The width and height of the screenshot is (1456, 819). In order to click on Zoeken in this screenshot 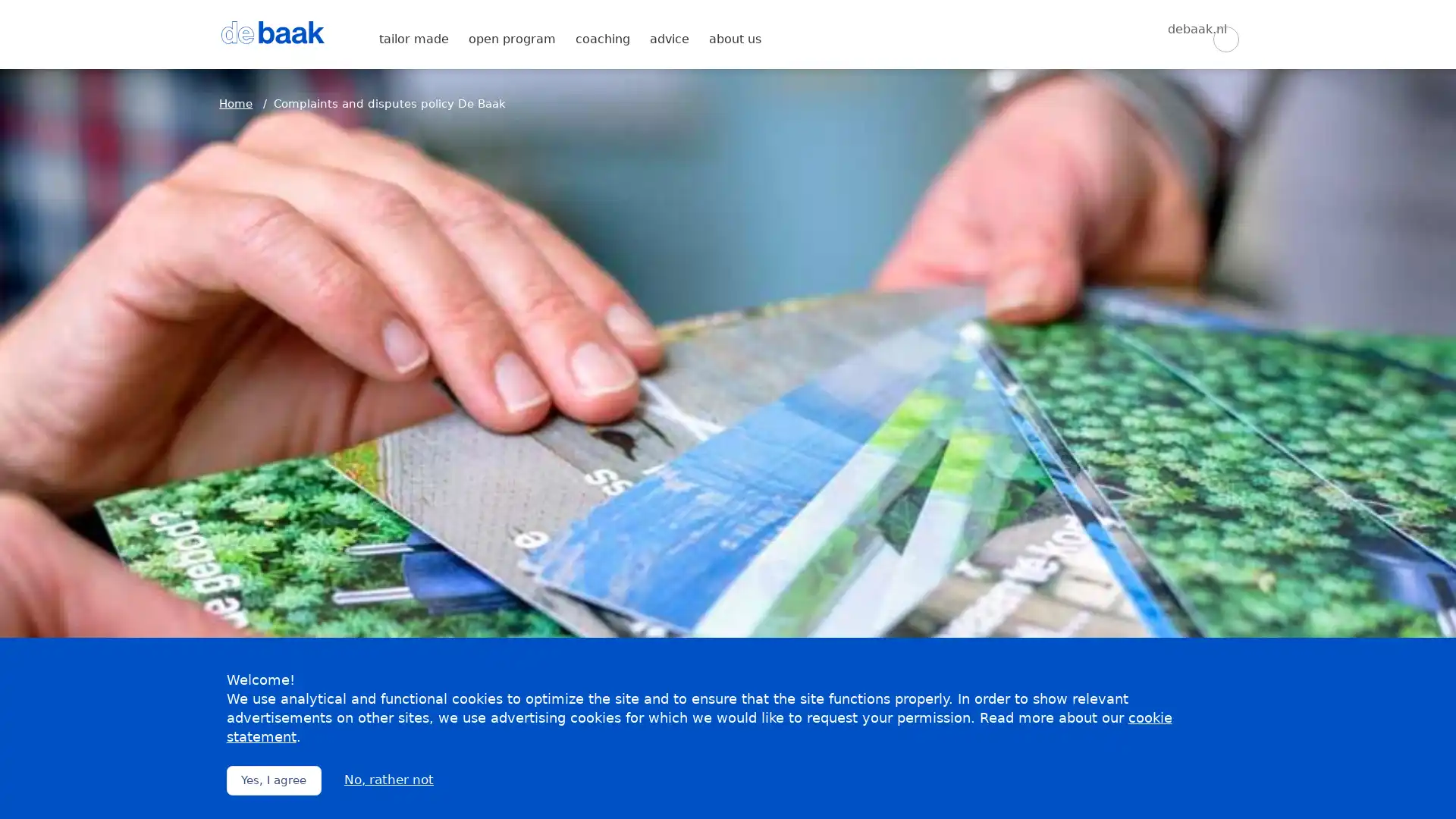, I will do `click(1234, 78)`.